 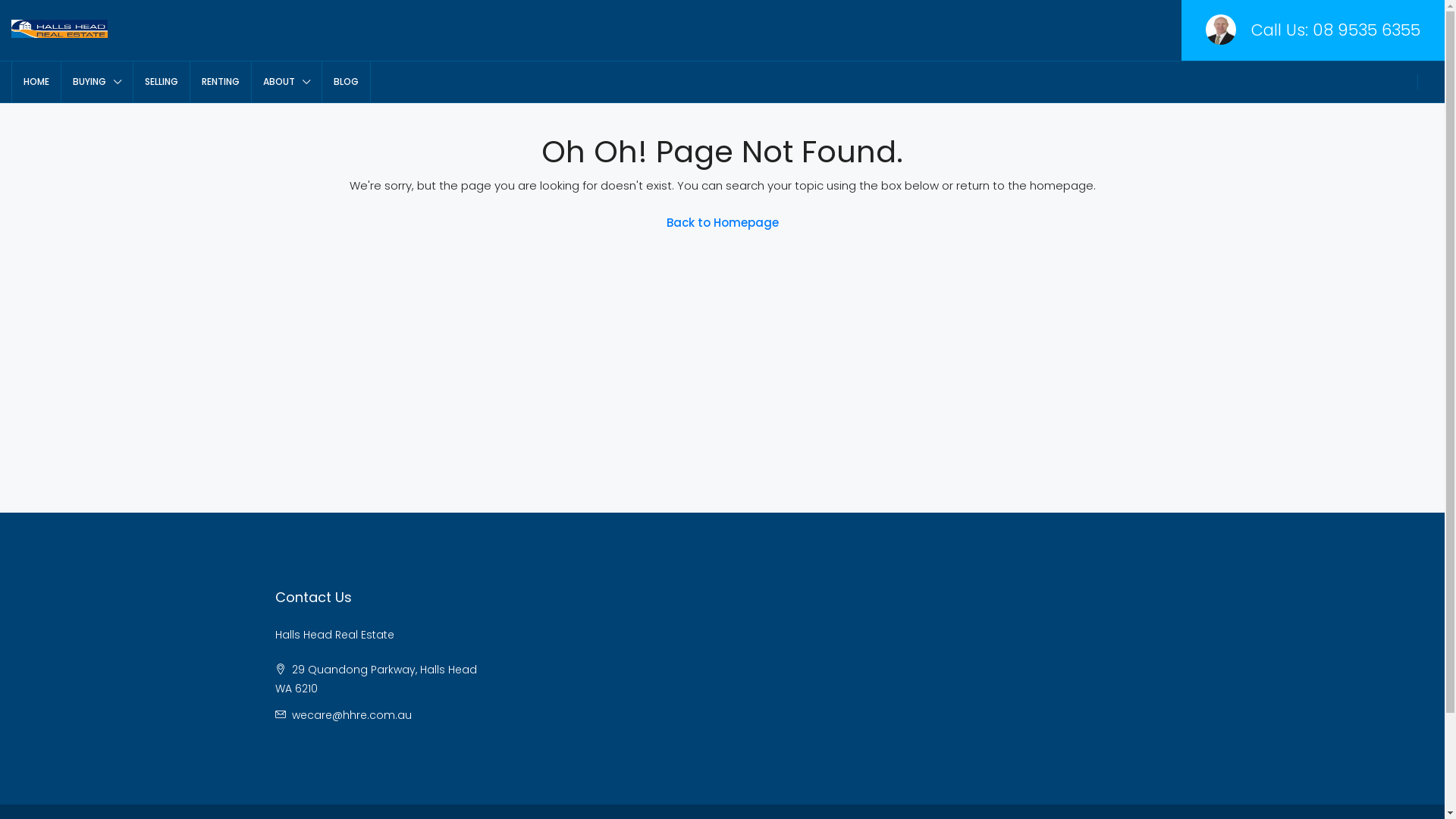 I want to click on 'HOME', so click(x=36, y=82).